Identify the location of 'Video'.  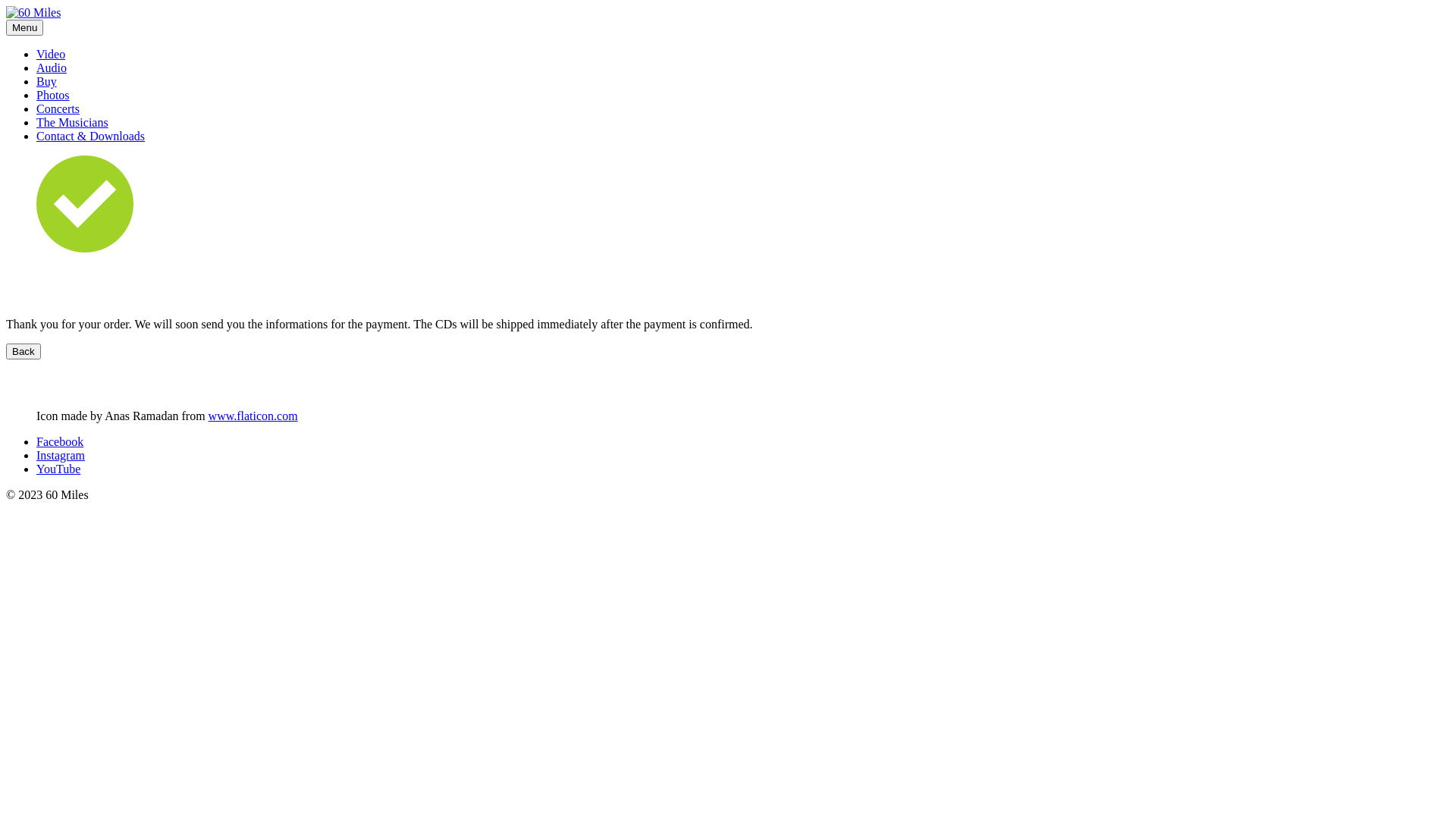
(51, 53).